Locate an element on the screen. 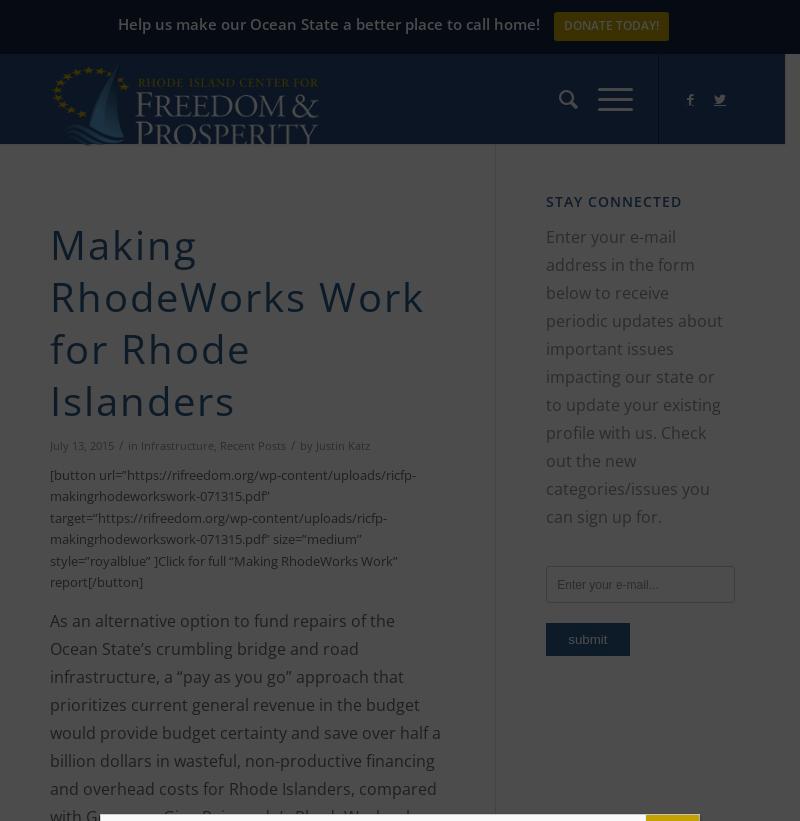 The height and width of the screenshot is (821, 800). 'Enter your e-mail address in the form below to receive periodic updates about important issues impacting our state or to update your existing profile with us. Check out the new categories/issues you can sign up for.' is located at coordinates (546, 375).